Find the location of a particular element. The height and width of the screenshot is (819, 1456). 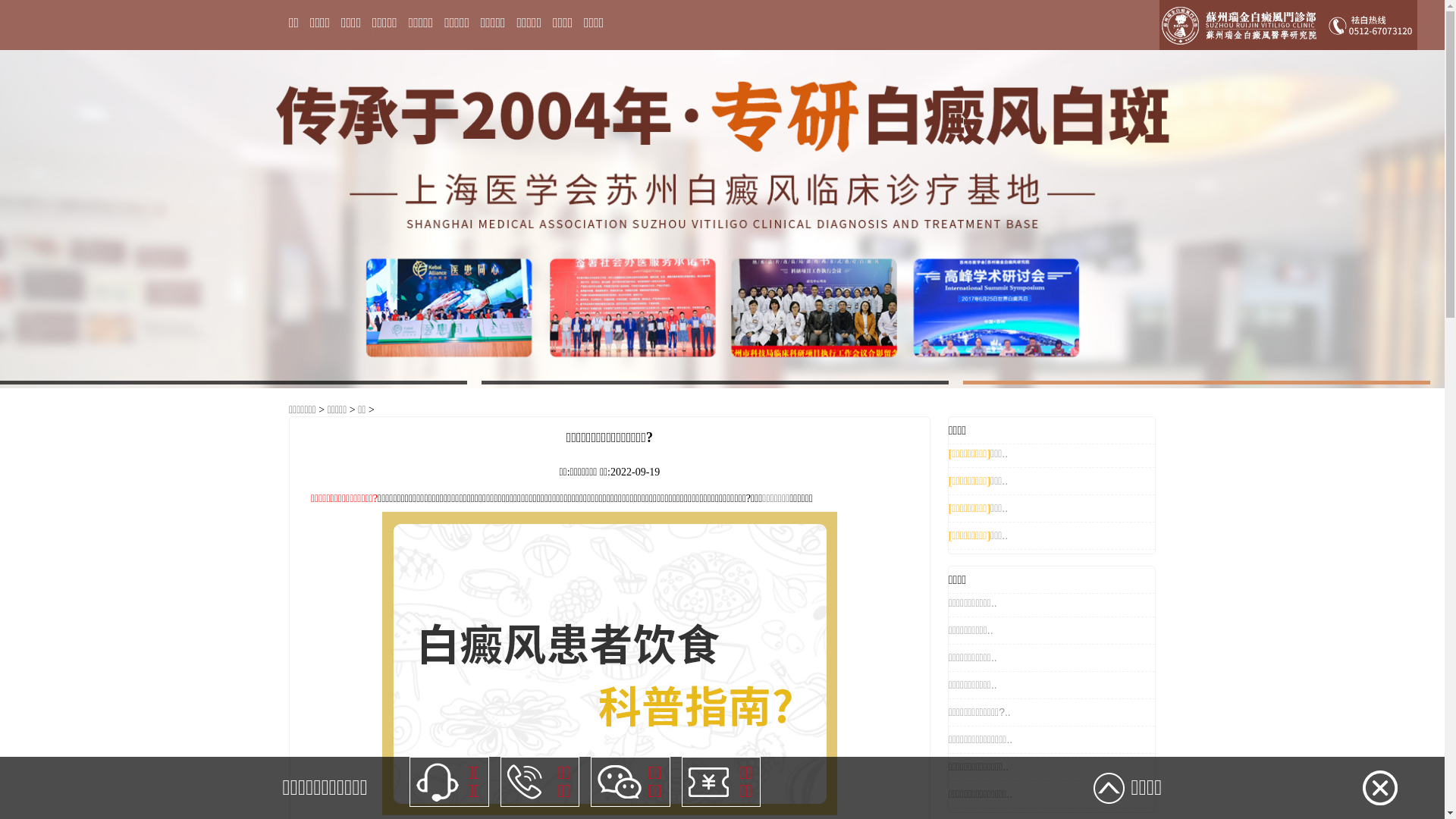

'banner1' is located at coordinates (721, 218).